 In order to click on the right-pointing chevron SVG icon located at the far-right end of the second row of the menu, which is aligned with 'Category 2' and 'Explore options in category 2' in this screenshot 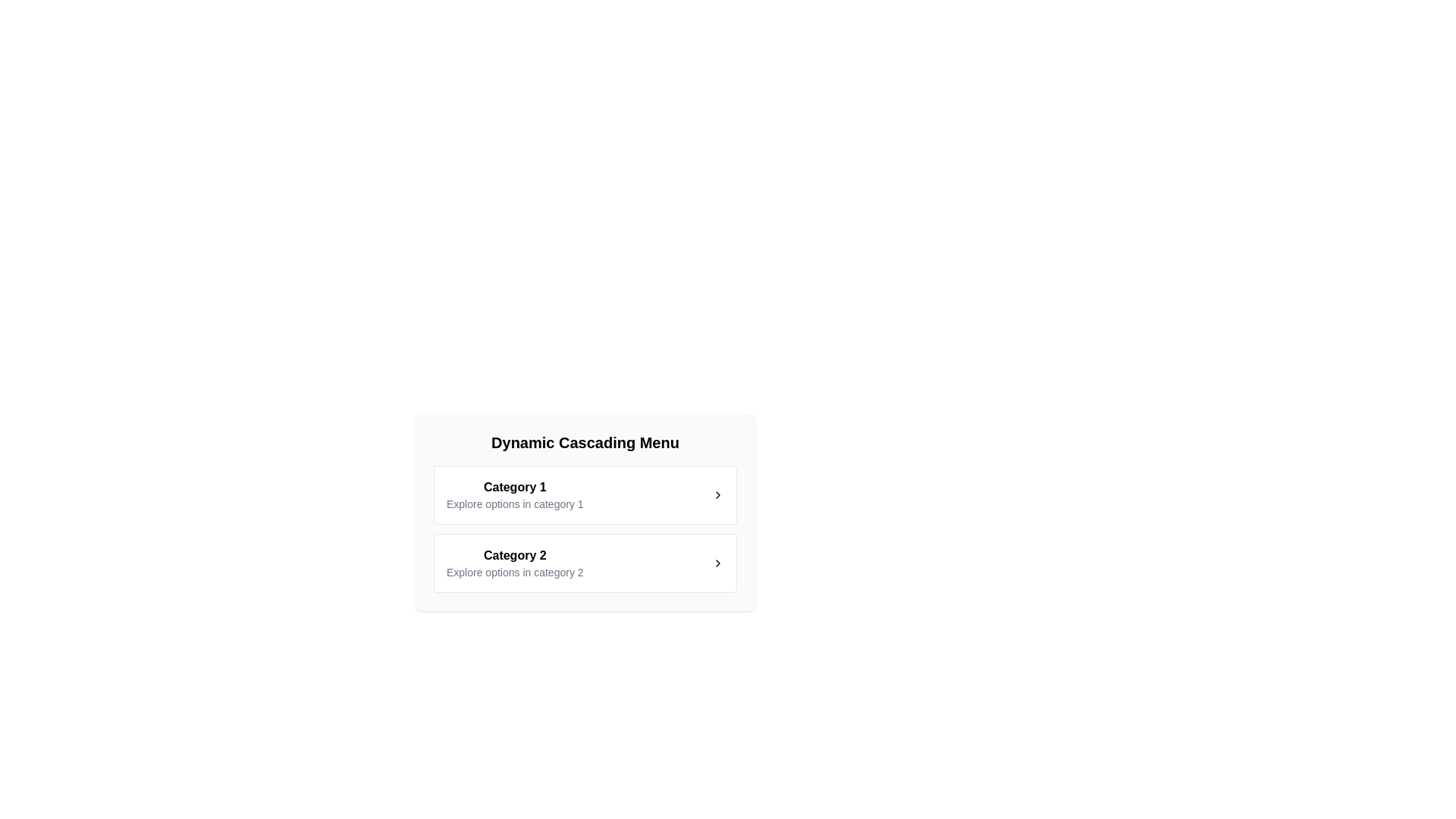, I will do `click(717, 563)`.